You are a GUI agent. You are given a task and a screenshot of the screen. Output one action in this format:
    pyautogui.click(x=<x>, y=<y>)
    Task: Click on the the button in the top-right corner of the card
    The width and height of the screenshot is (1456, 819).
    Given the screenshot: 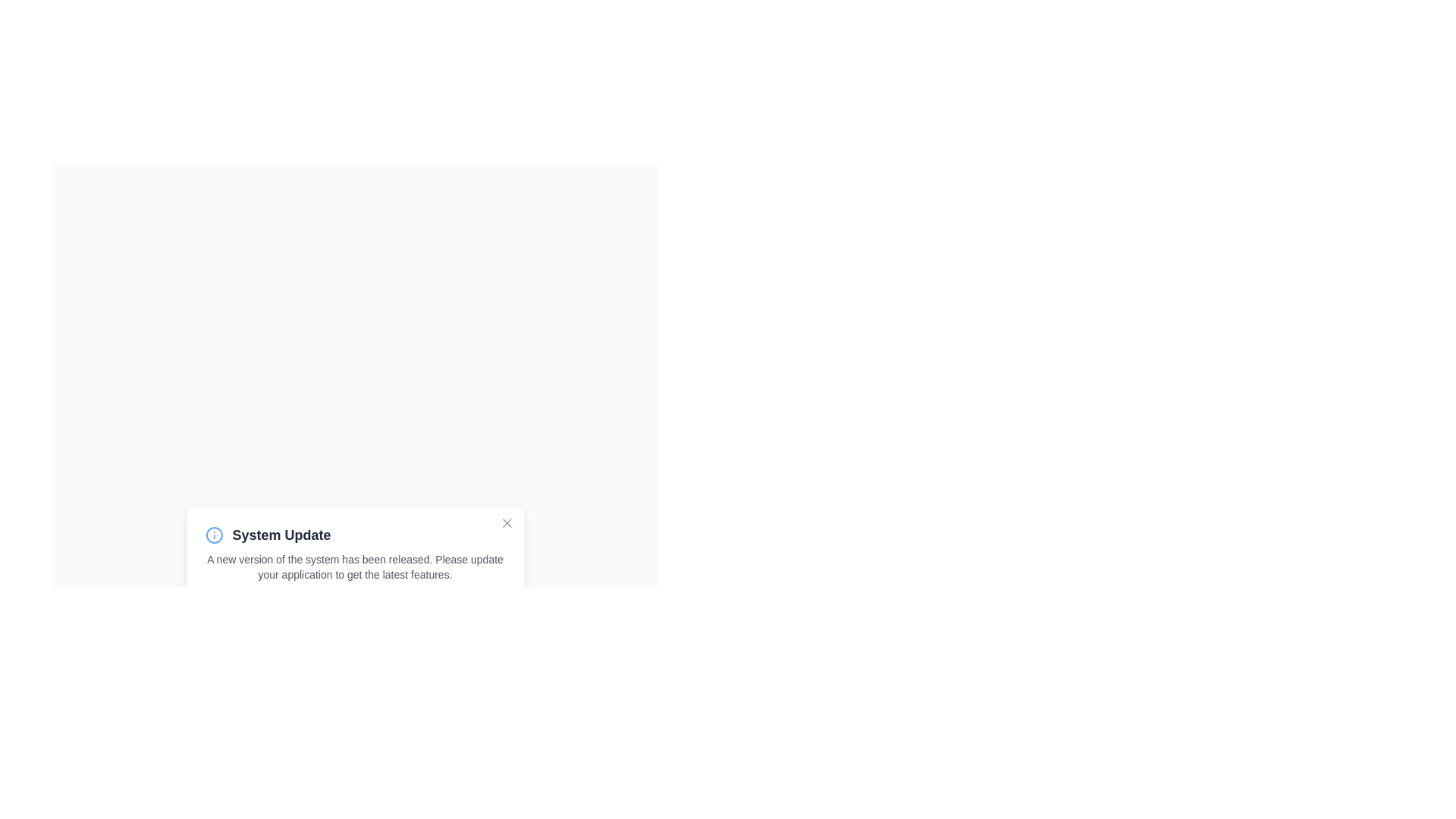 What is the action you would take?
    pyautogui.click(x=507, y=525)
    